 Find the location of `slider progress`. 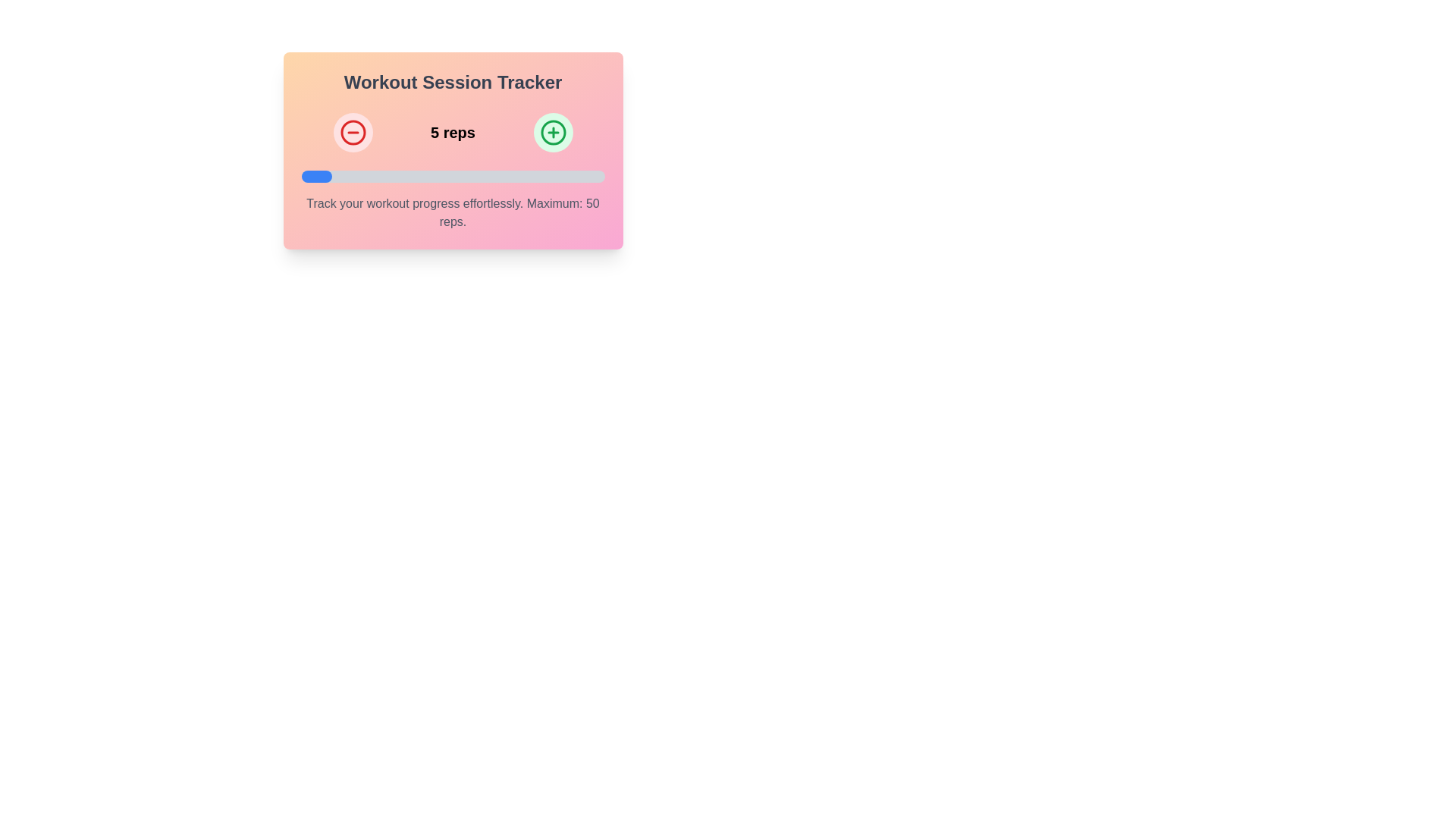

slider progress is located at coordinates (601, 175).